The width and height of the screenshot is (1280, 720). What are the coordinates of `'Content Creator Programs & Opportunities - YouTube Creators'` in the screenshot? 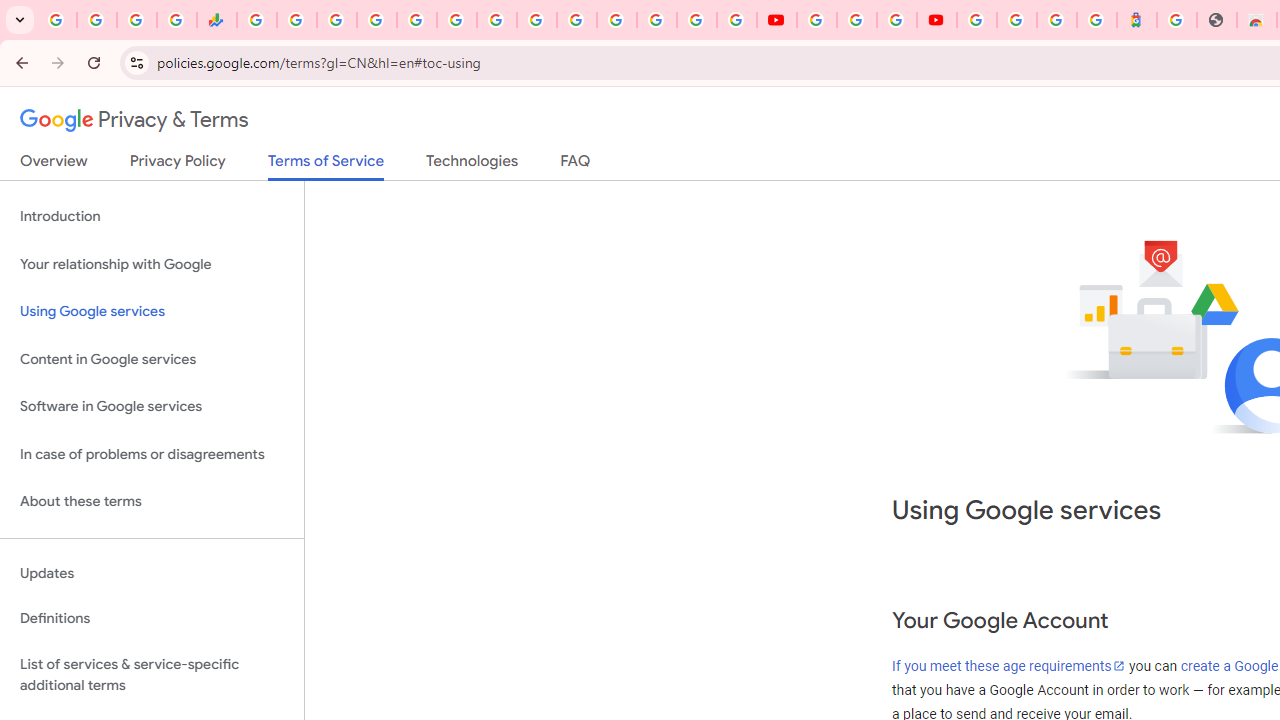 It's located at (935, 20).